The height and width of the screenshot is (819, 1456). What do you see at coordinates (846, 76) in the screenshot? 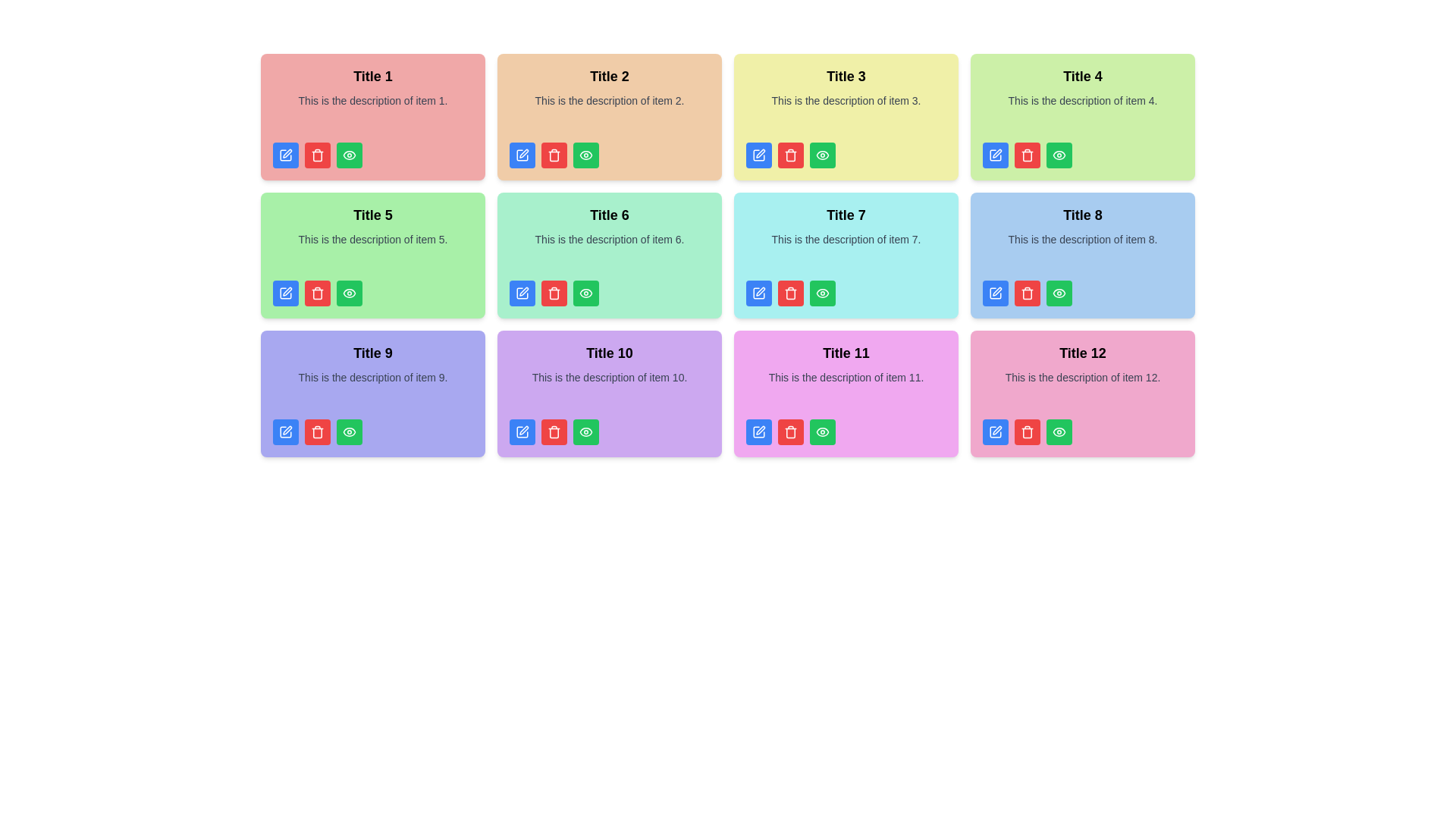
I see `the text label 'Title 3', which is bold and larger than surrounding text, with a dark font color on a light yellow background` at bounding box center [846, 76].